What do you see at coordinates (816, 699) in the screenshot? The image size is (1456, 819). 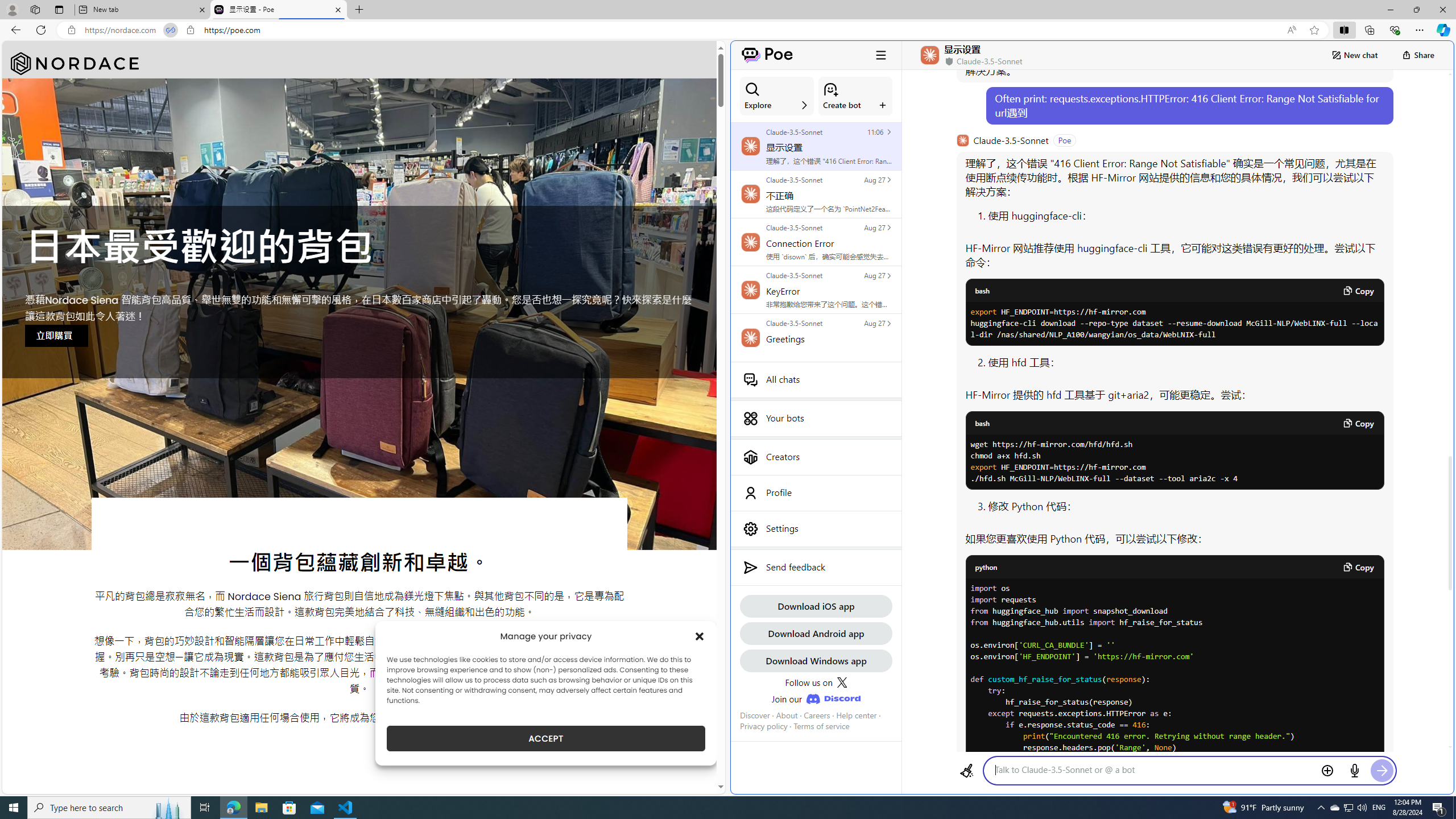 I see `'Join our'` at bounding box center [816, 699].